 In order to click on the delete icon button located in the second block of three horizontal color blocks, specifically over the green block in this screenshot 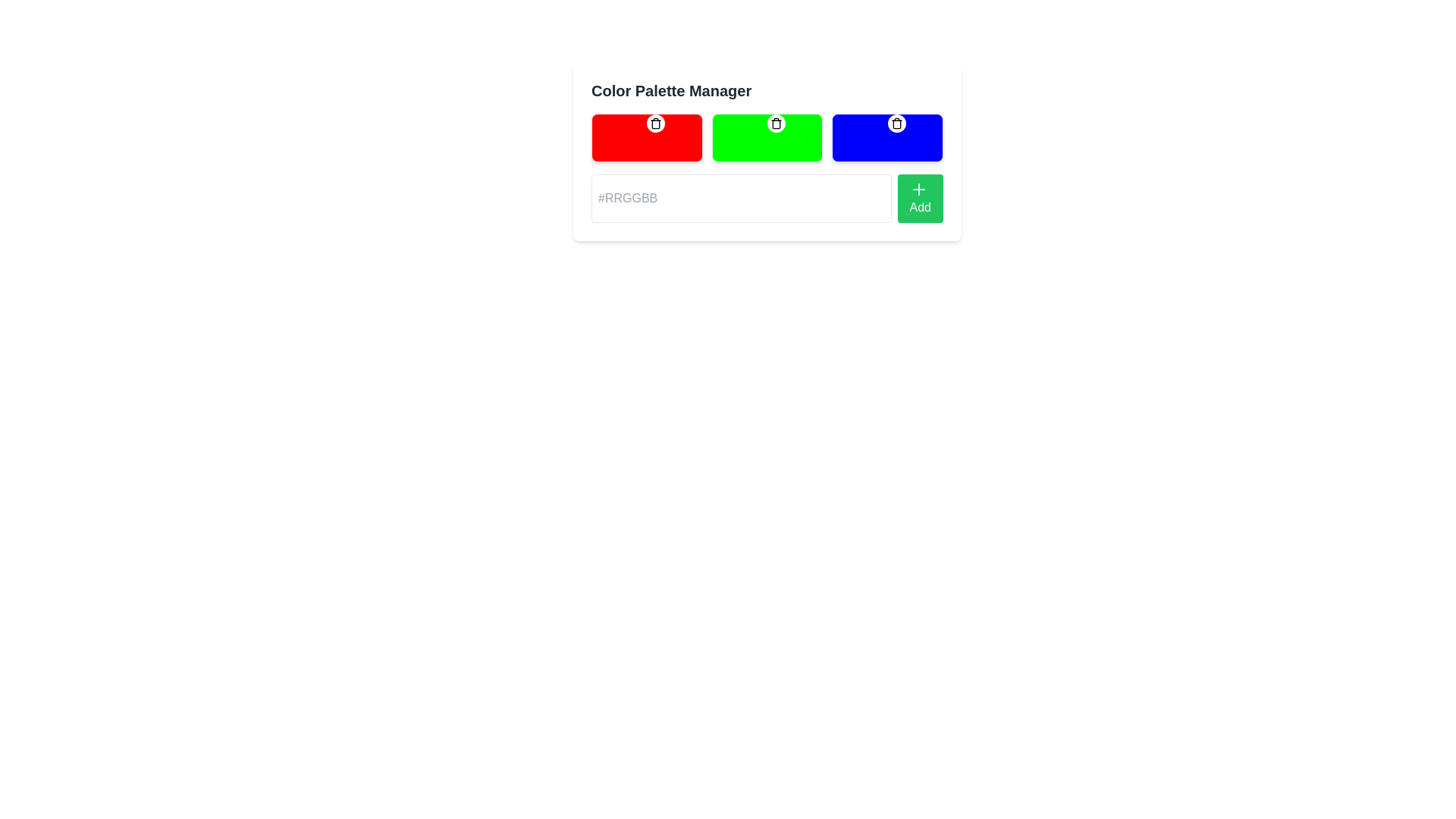, I will do `click(776, 122)`.